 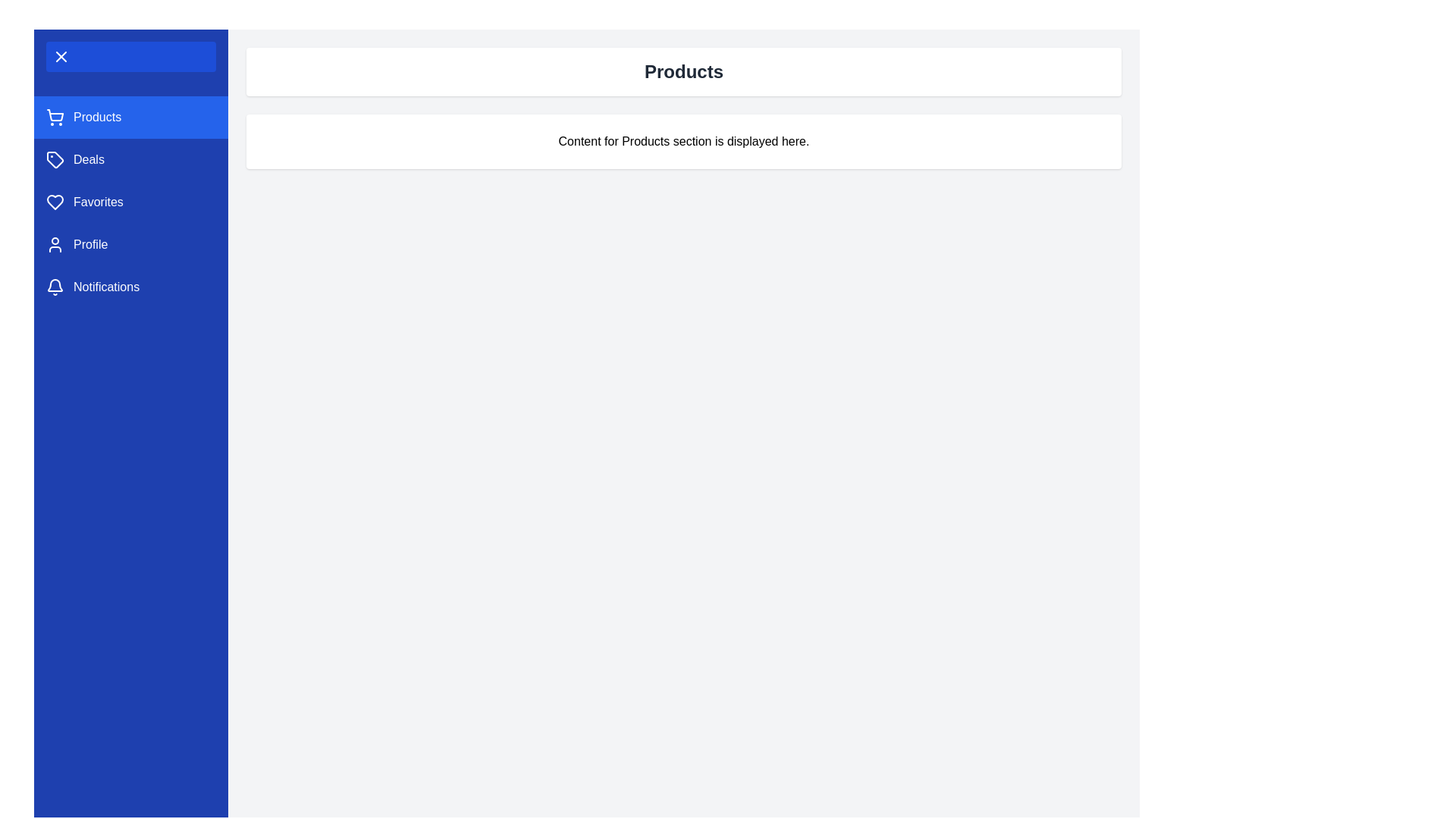 What do you see at coordinates (130, 244) in the screenshot?
I see `the 'Profile' button, which is the fourth item in the vertical list of navigation links in the sidebar` at bounding box center [130, 244].